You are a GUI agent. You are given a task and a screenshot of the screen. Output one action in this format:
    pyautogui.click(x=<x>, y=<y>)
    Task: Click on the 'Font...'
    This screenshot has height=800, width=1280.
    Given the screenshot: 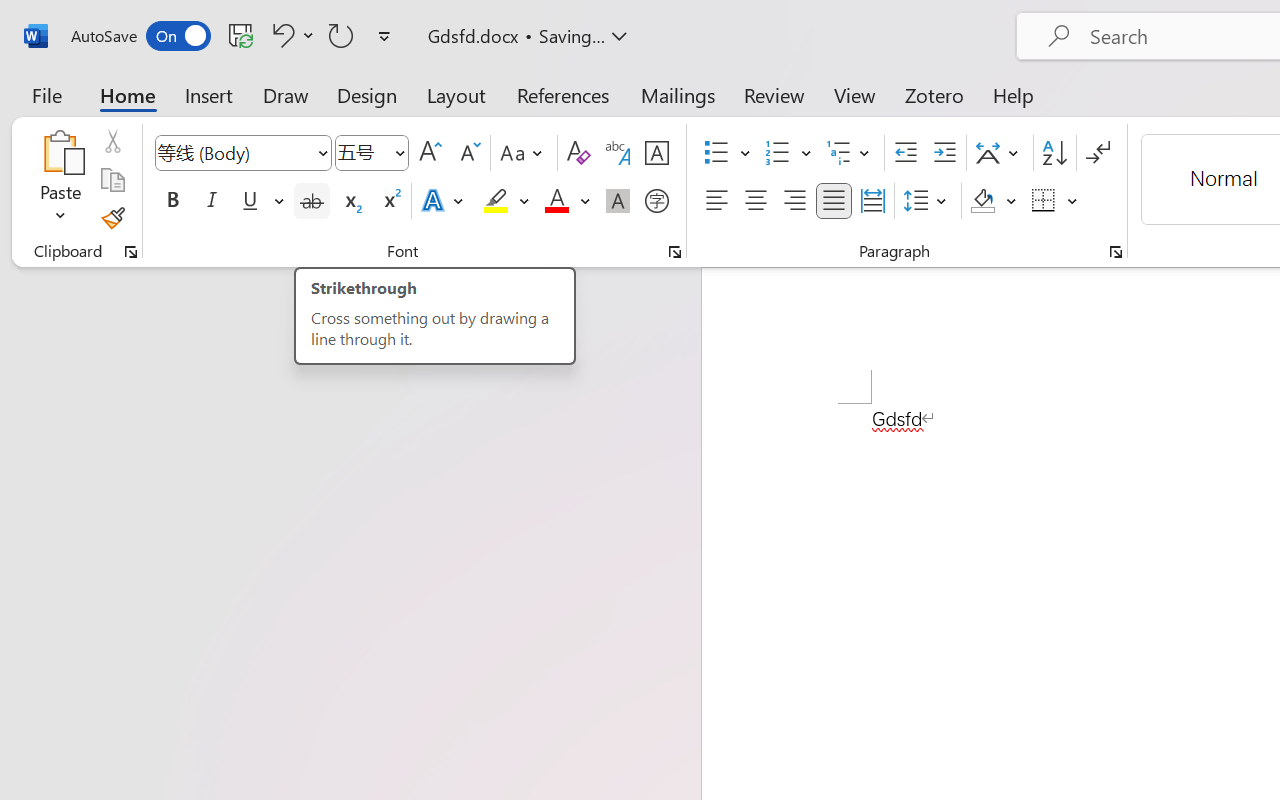 What is the action you would take?
    pyautogui.click(x=675, y=251)
    